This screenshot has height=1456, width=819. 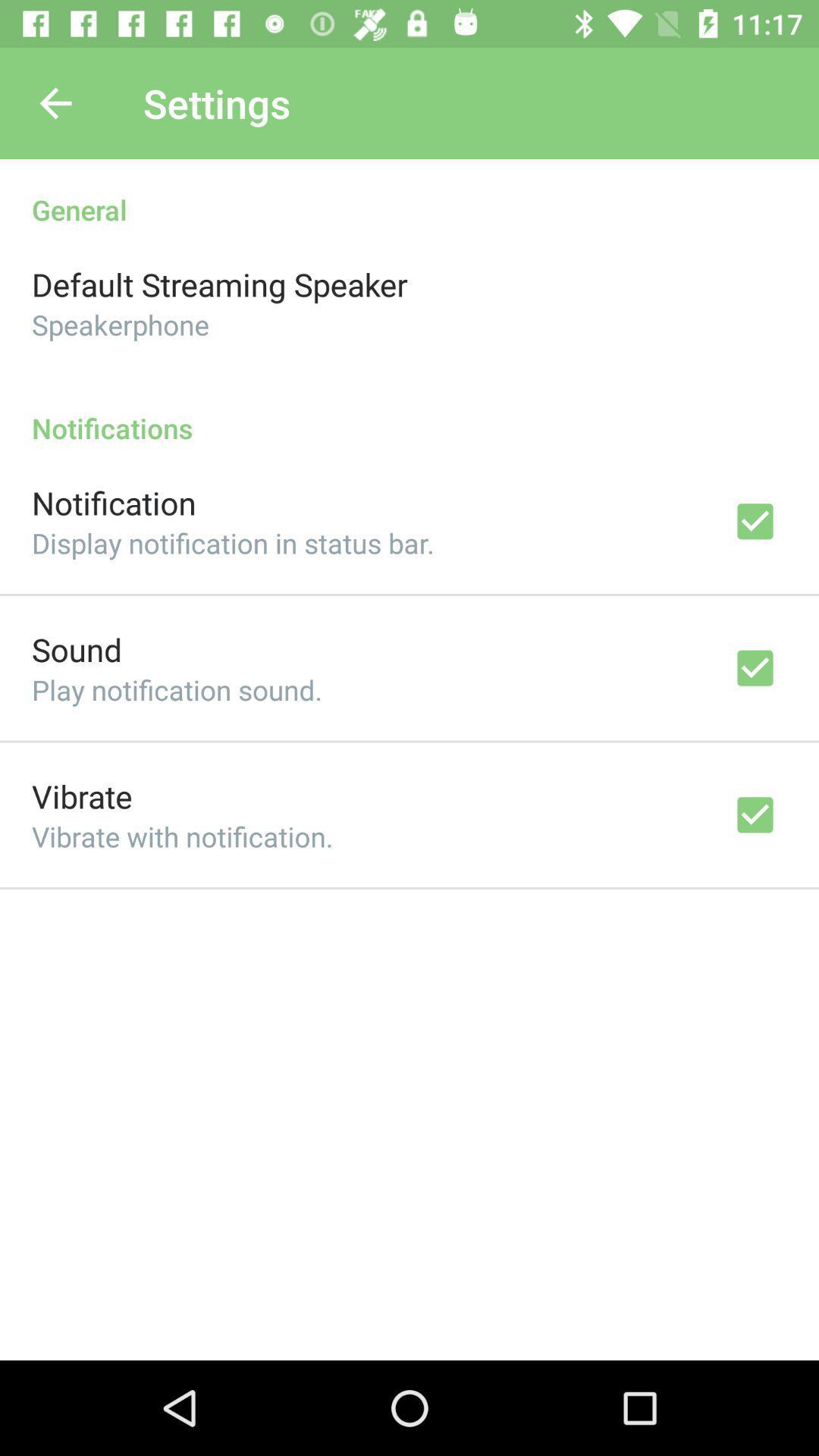 I want to click on the default streaming speaker item, so click(x=219, y=284).